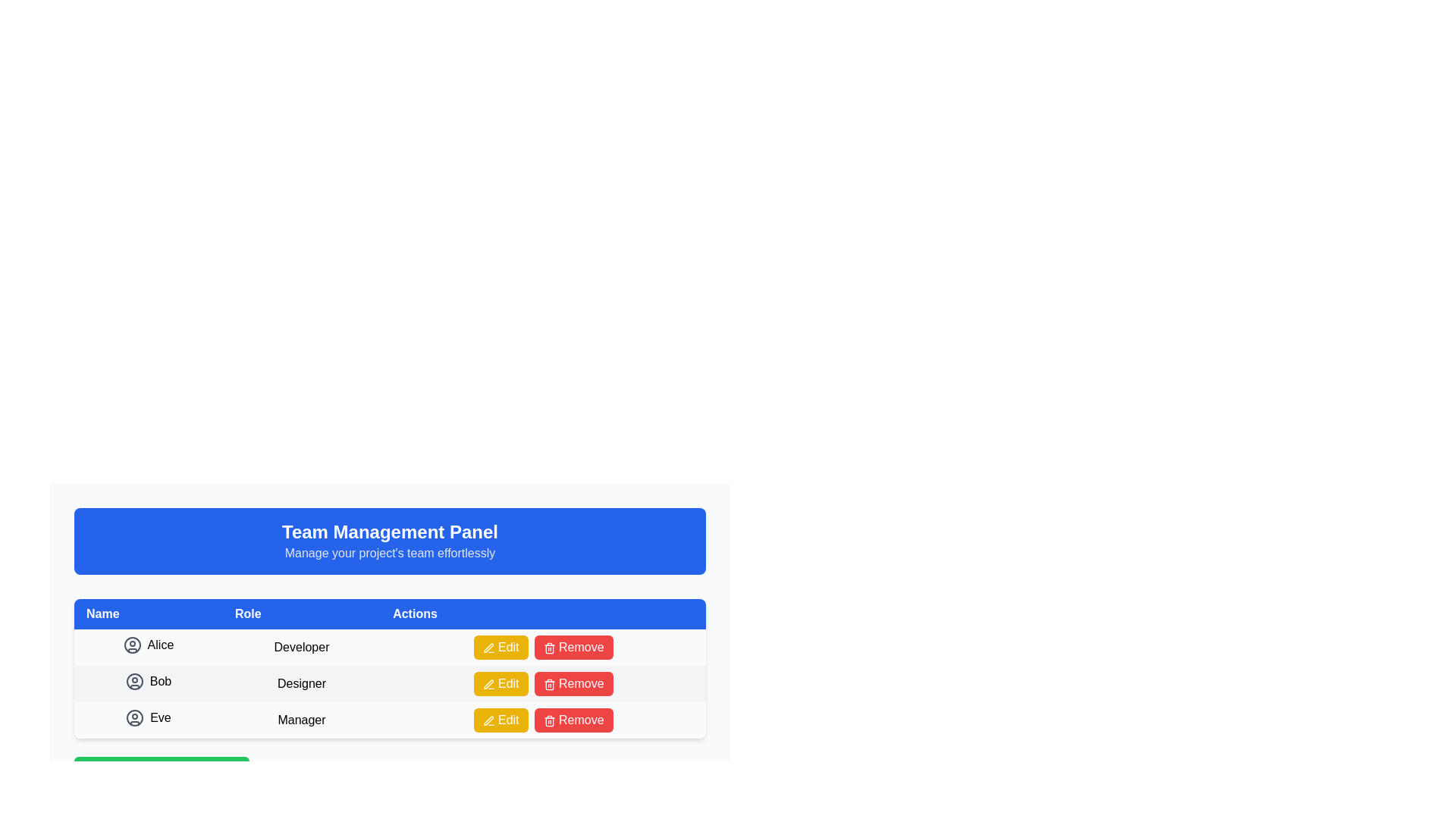 The image size is (1456, 819). What do you see at coordinates (390, 532) in the screenshot?
I see `text from the bold heading that says 'Team Management Panel', which is visually prominent with a blue background` at bounding box center [390, 532].